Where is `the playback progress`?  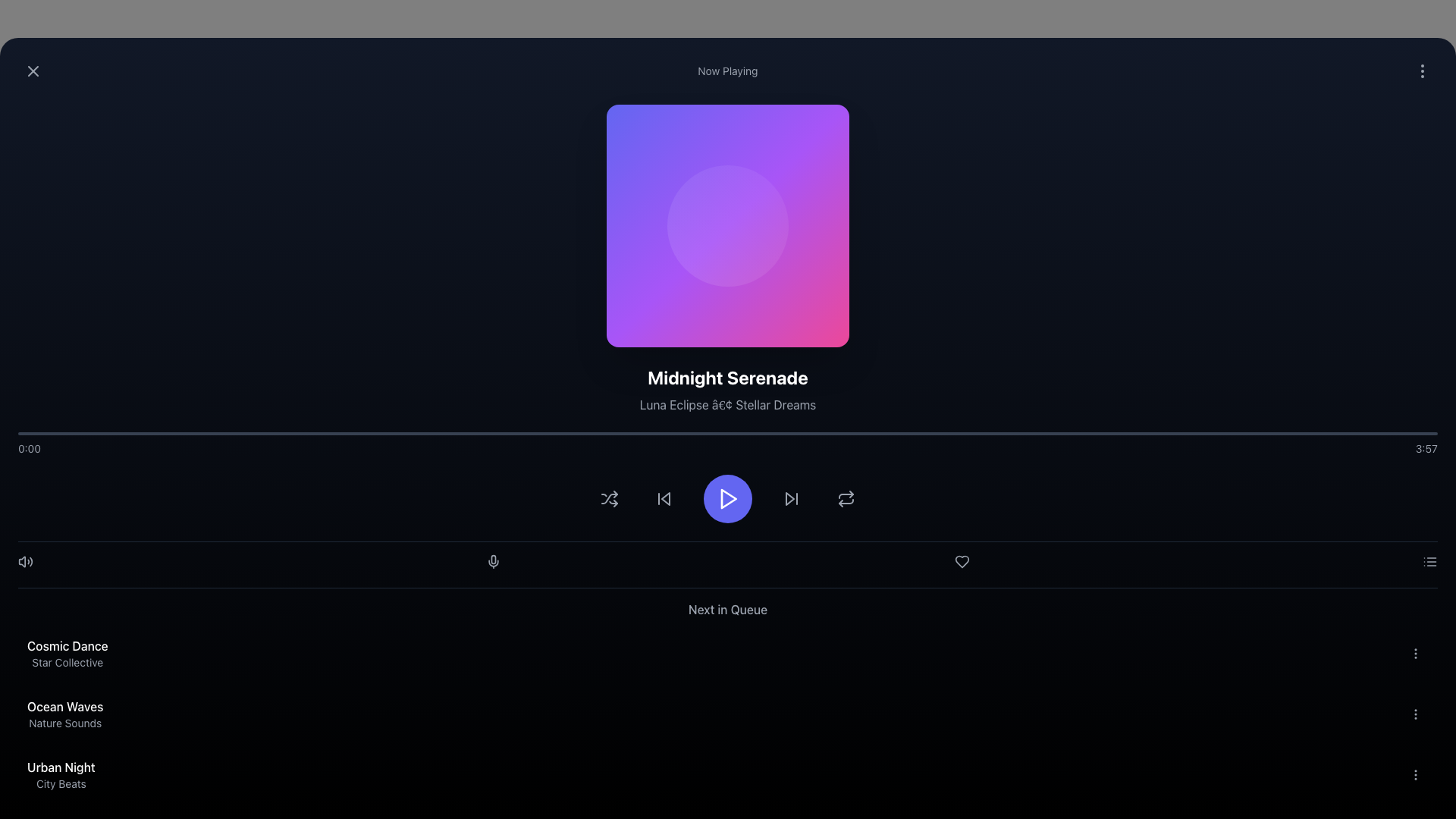 the playback progress is located at coordinates (500, 433).